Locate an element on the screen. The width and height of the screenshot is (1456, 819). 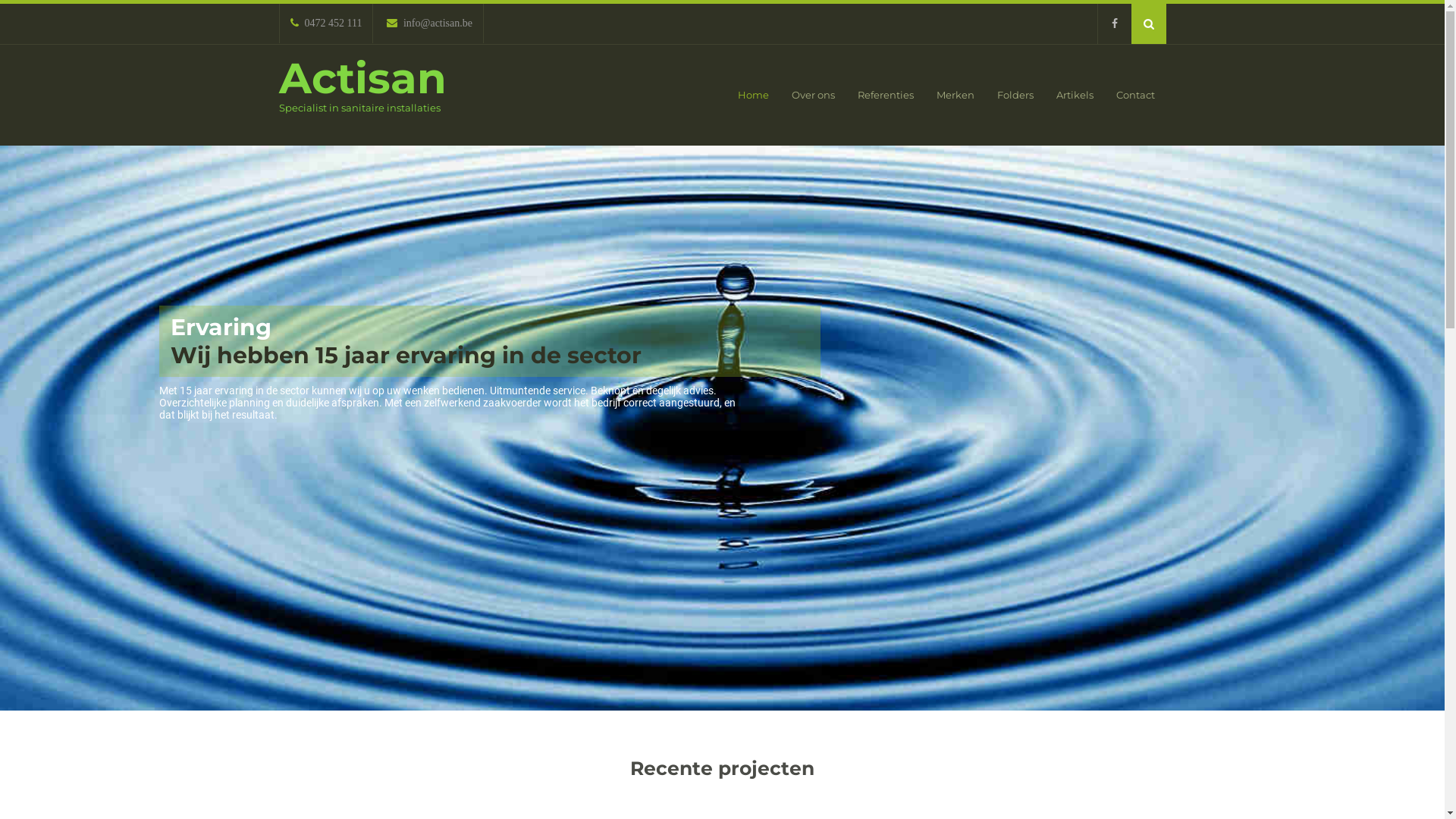
'Over ons' is located at coordinates (811, 95).